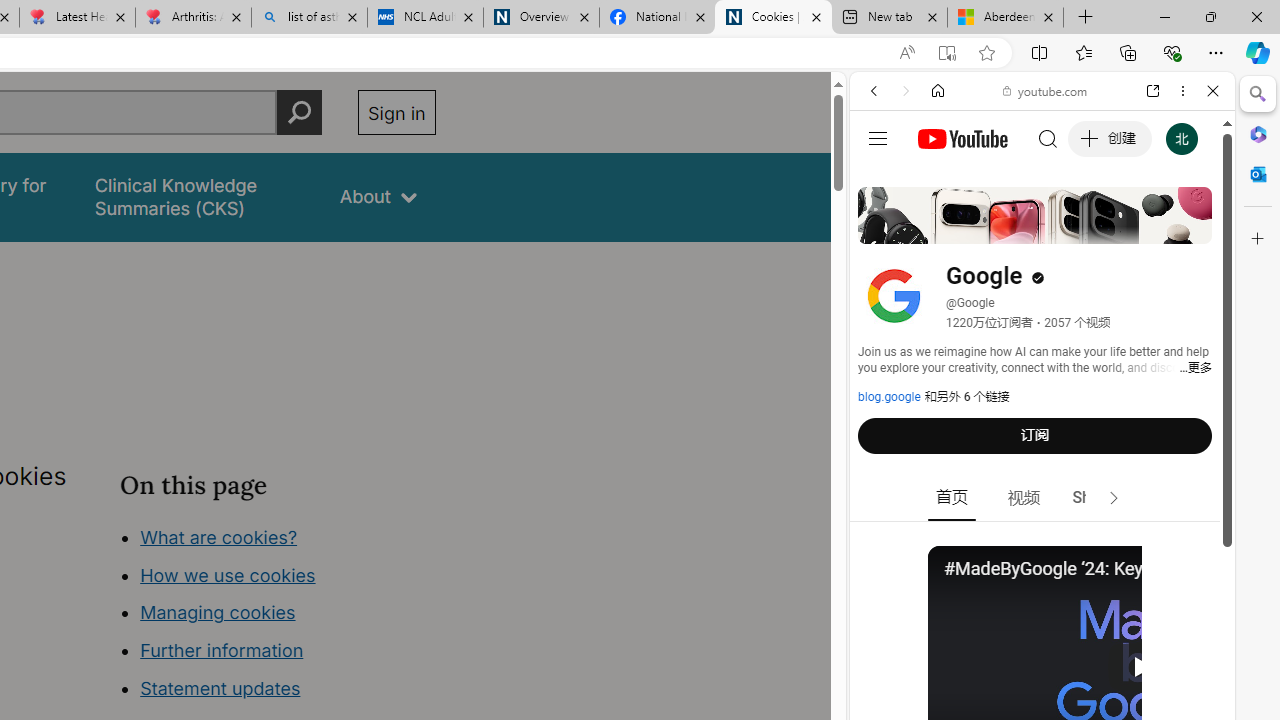  Describe the element at coordinates (298, 112) in the screenshot. I see `'Perform search'` at that location.